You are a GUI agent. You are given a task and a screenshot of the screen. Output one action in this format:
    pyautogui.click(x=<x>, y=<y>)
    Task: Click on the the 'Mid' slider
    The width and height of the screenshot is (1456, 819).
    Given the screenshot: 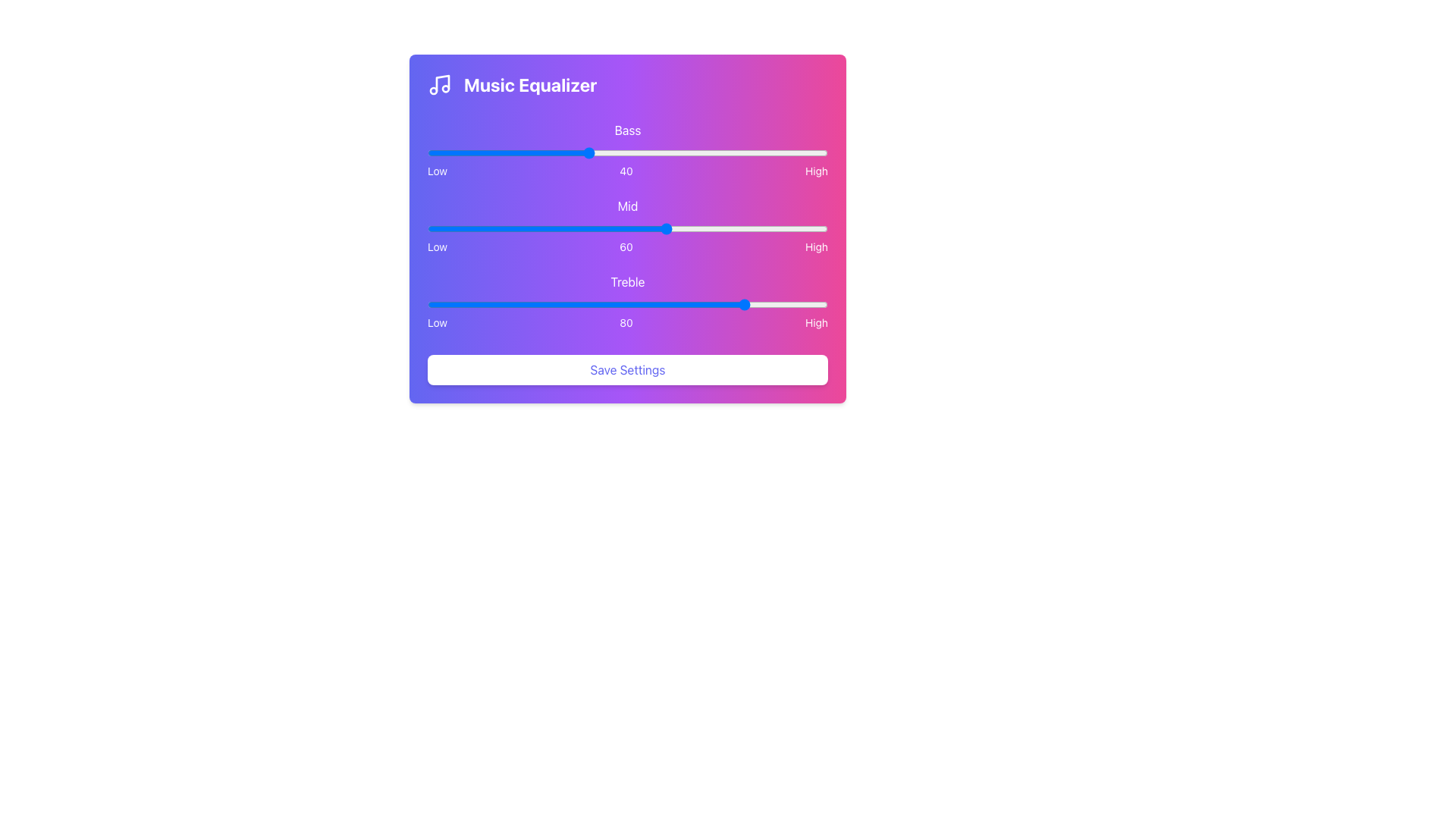 What is the action you would take?
    pyautogui.click(x=595, y=228)
    